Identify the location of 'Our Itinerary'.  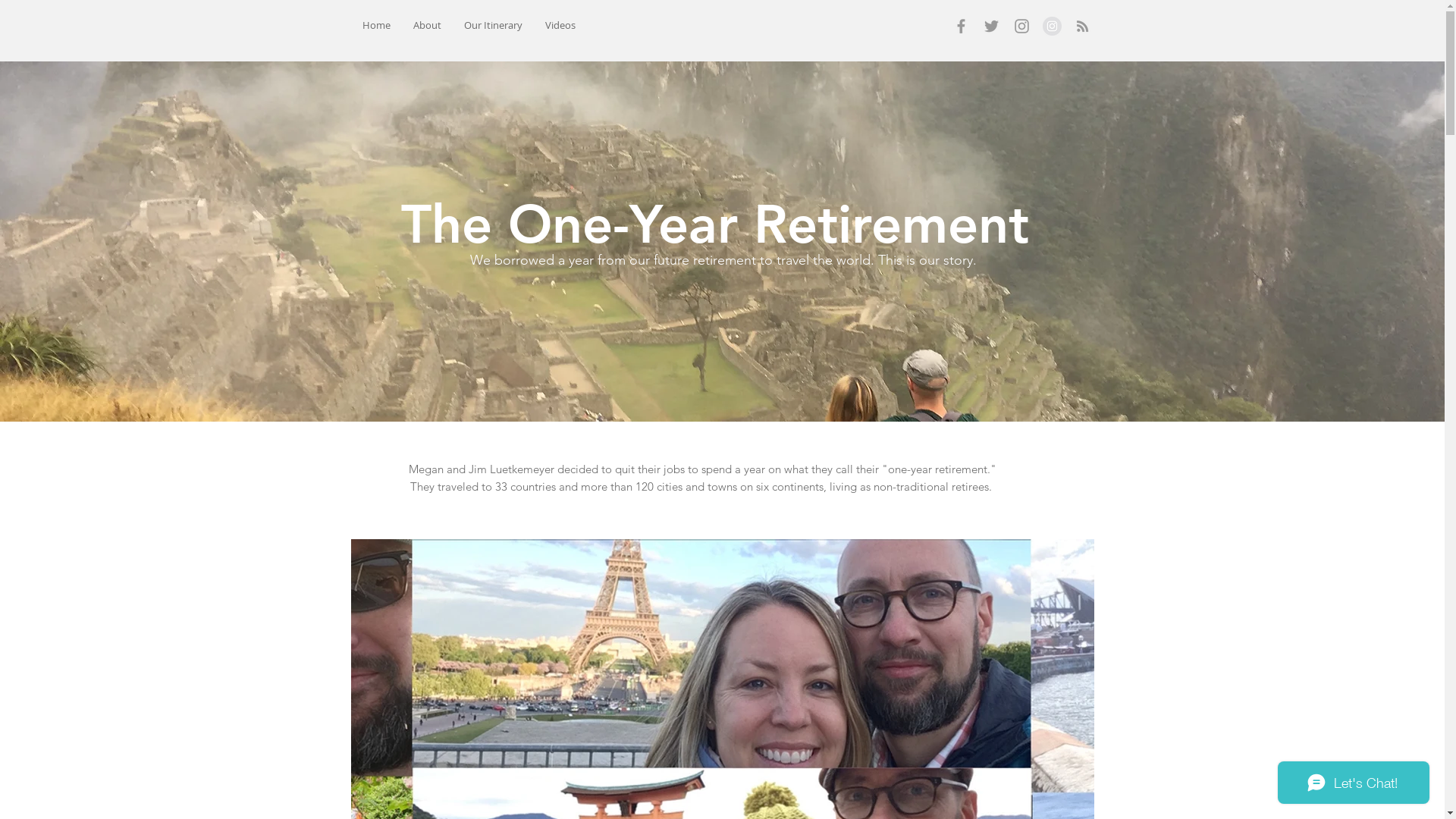
(492, 25).